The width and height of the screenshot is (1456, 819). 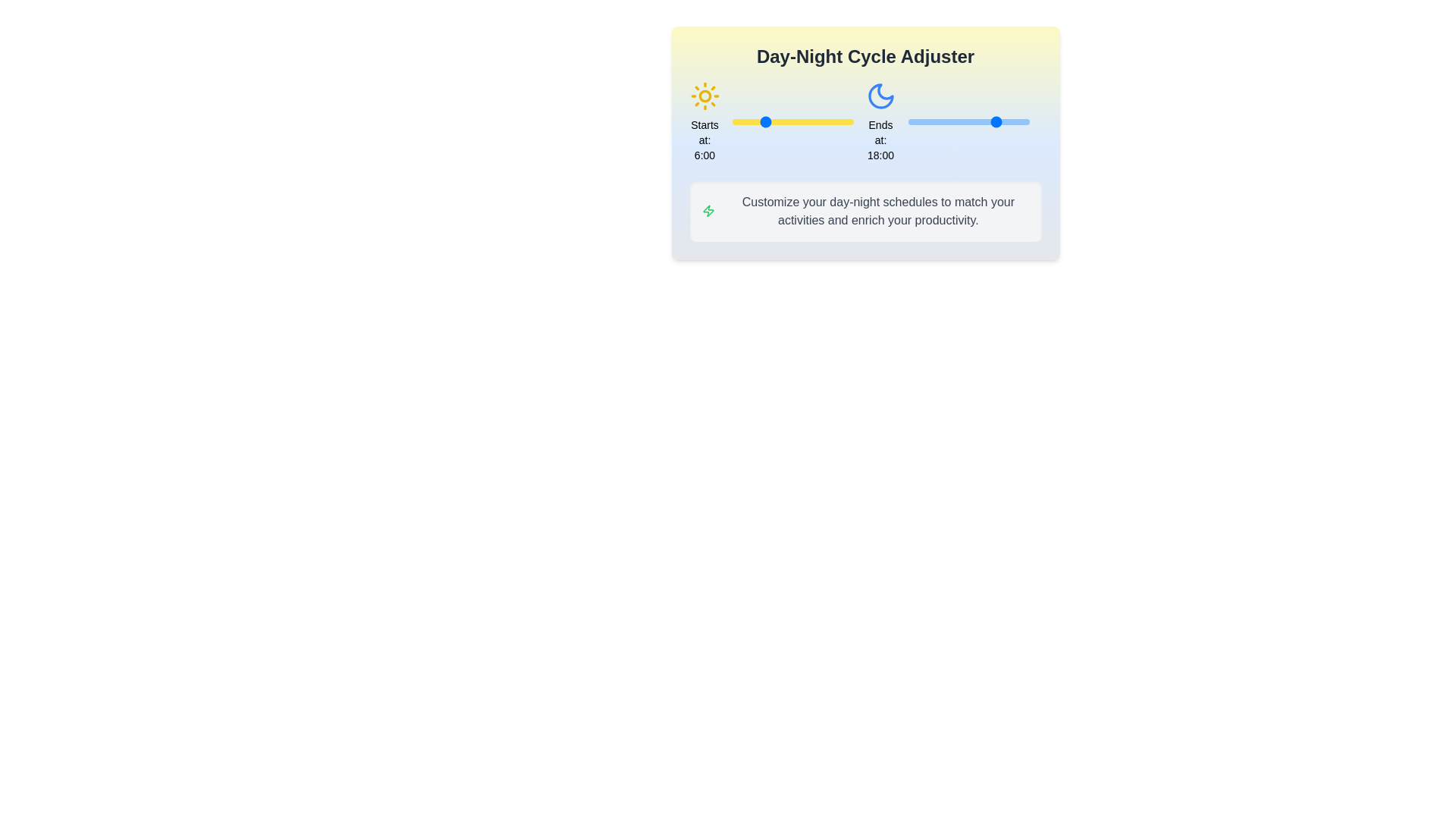 What do you see at coordinates (943, 121) in the screenshot?
I see `the end time of the day cycle to 7 hours using the right slider` at bounding box center [943, 121].